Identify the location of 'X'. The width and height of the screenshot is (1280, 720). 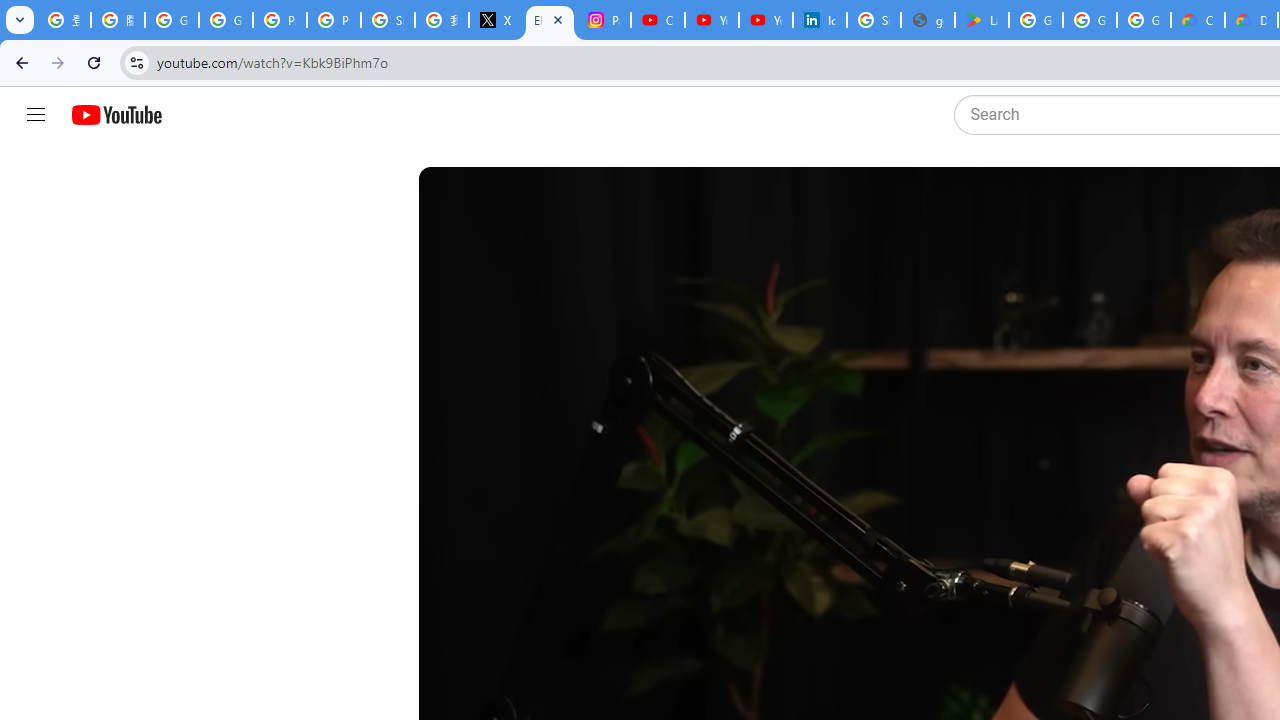
(496, 20).